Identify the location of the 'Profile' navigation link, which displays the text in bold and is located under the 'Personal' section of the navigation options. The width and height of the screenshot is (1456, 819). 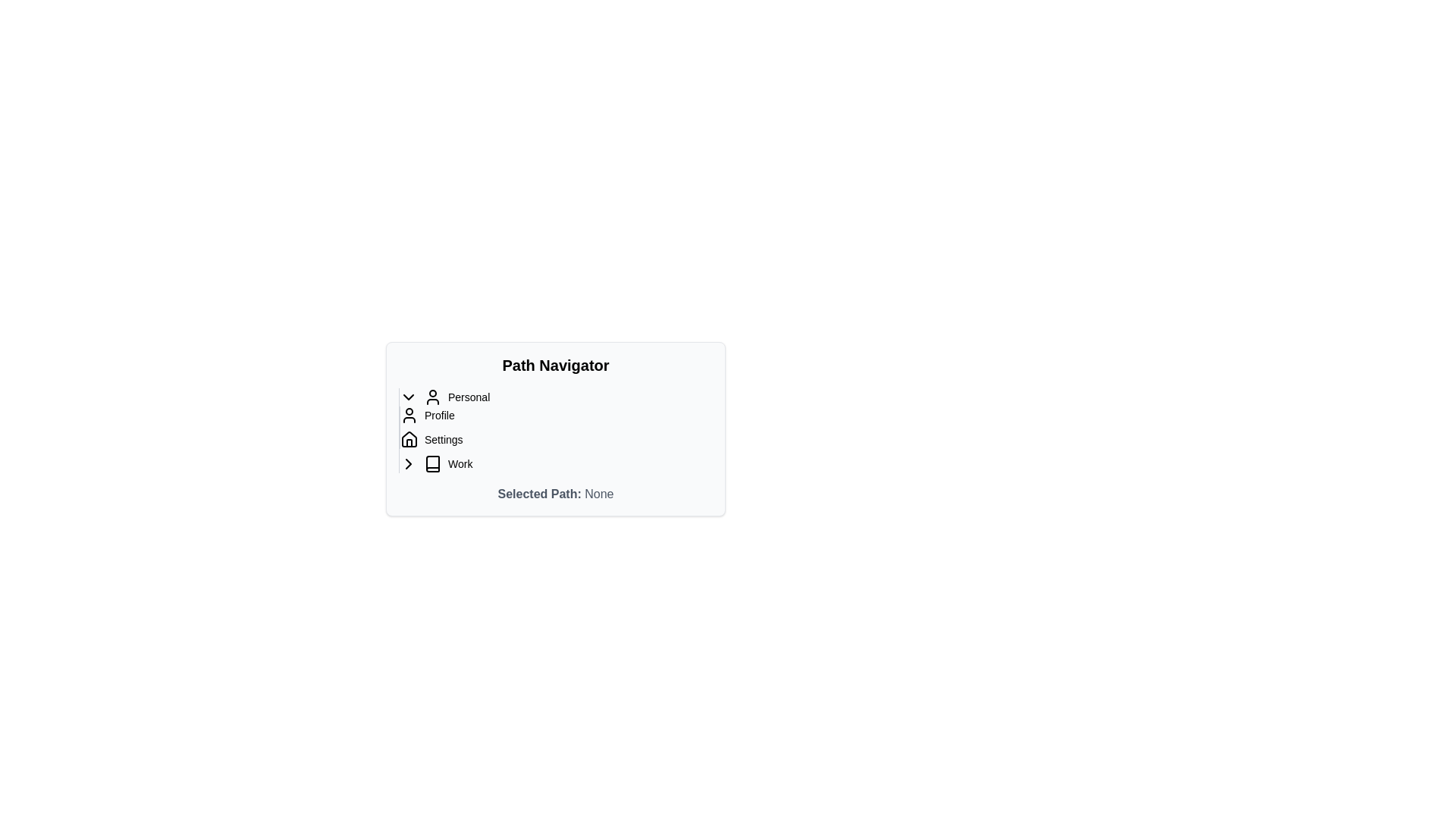
(426, 415).